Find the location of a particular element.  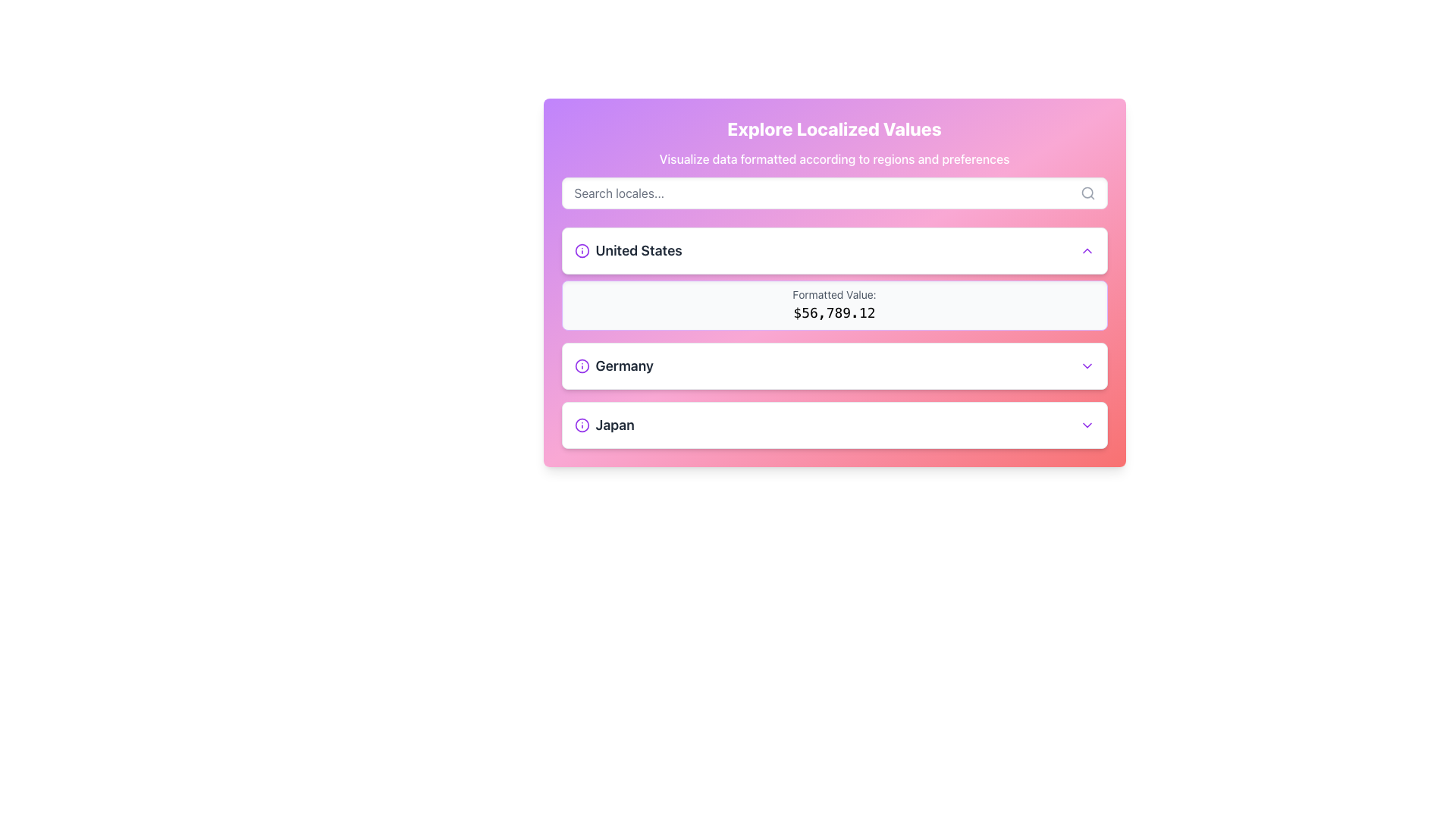

the text label identifying 'Germany', which is located in the third row of the main user interface section, next to the purple icon is located at coordinates (624, 366).